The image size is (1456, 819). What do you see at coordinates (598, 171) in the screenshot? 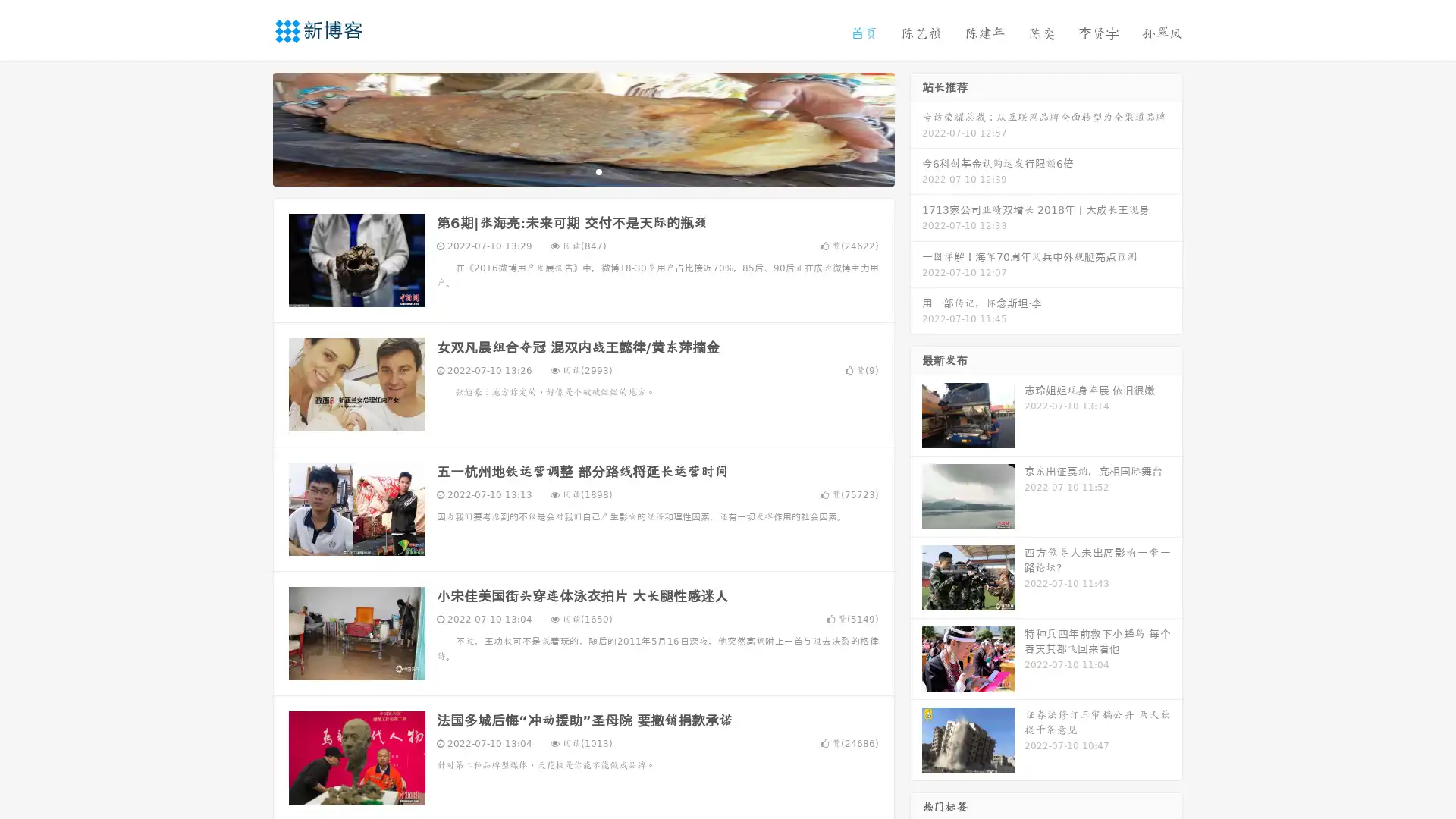
I see `Go to slide 3` at bounding box center [598, 171].